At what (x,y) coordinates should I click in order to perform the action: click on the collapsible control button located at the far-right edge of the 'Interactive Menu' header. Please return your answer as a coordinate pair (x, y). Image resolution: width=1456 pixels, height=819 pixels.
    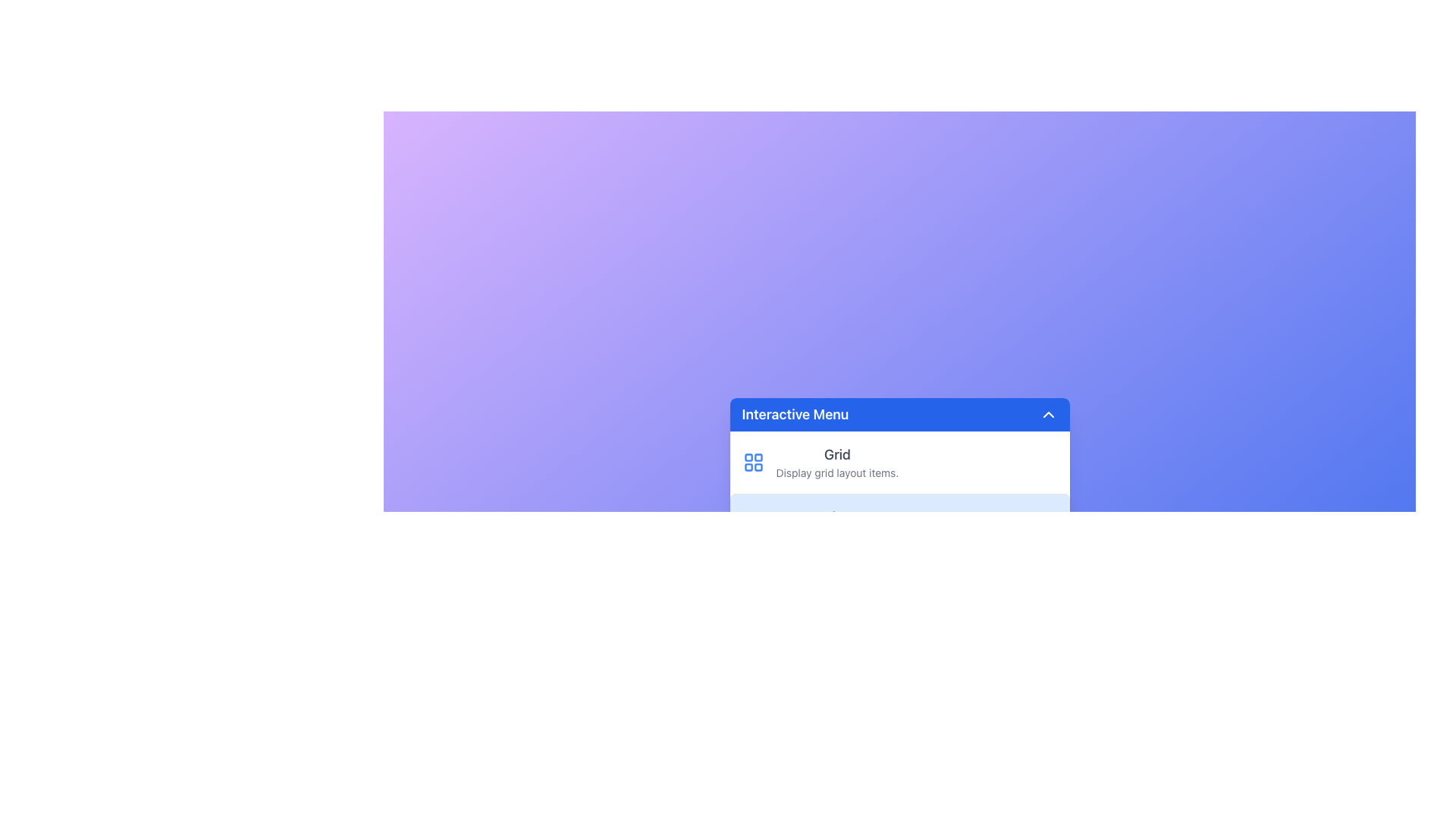
    Looking at the image, I should click on (1047, 415).